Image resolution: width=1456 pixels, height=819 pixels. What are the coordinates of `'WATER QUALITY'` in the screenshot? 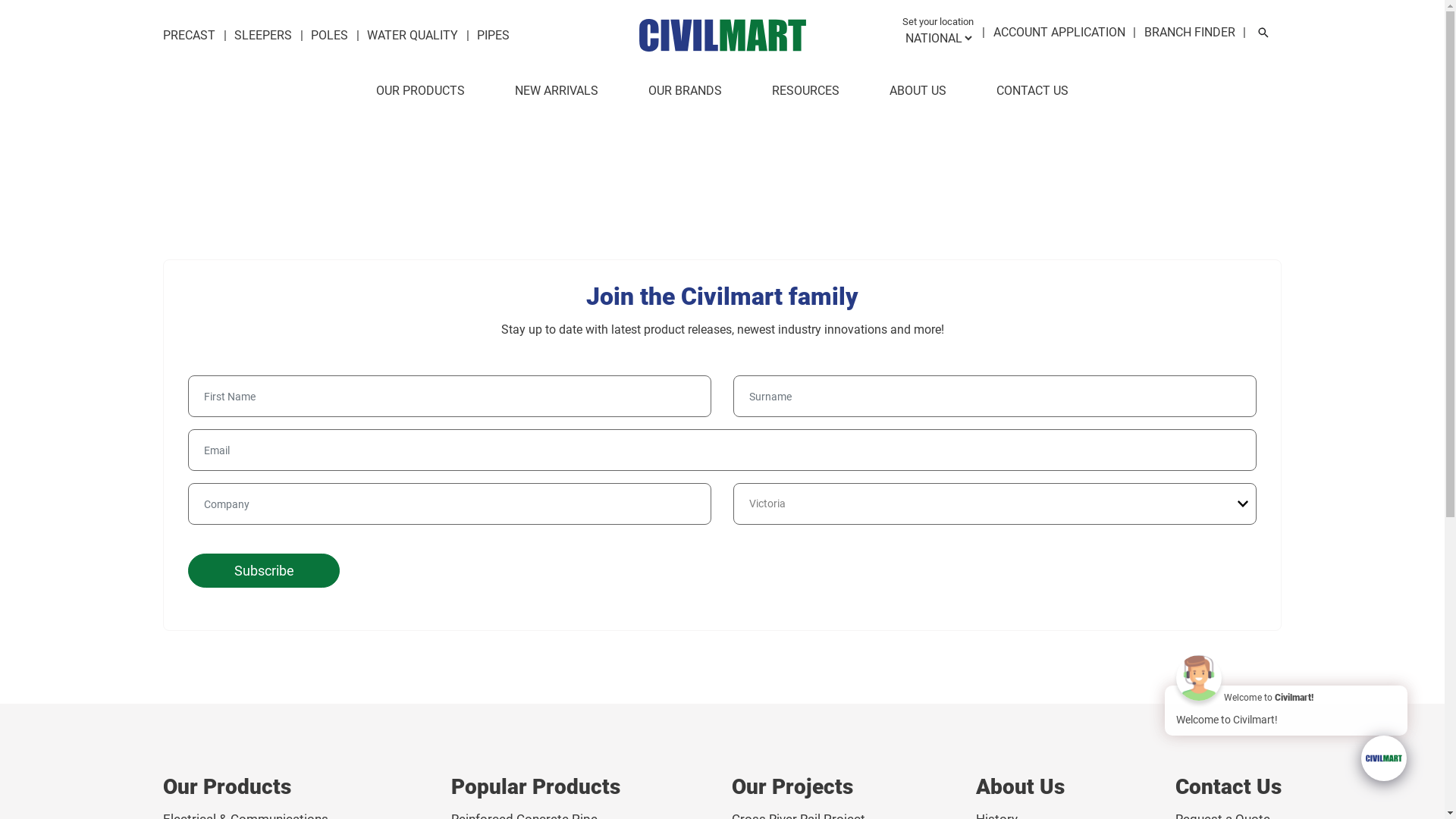 It's located at (412, 34).